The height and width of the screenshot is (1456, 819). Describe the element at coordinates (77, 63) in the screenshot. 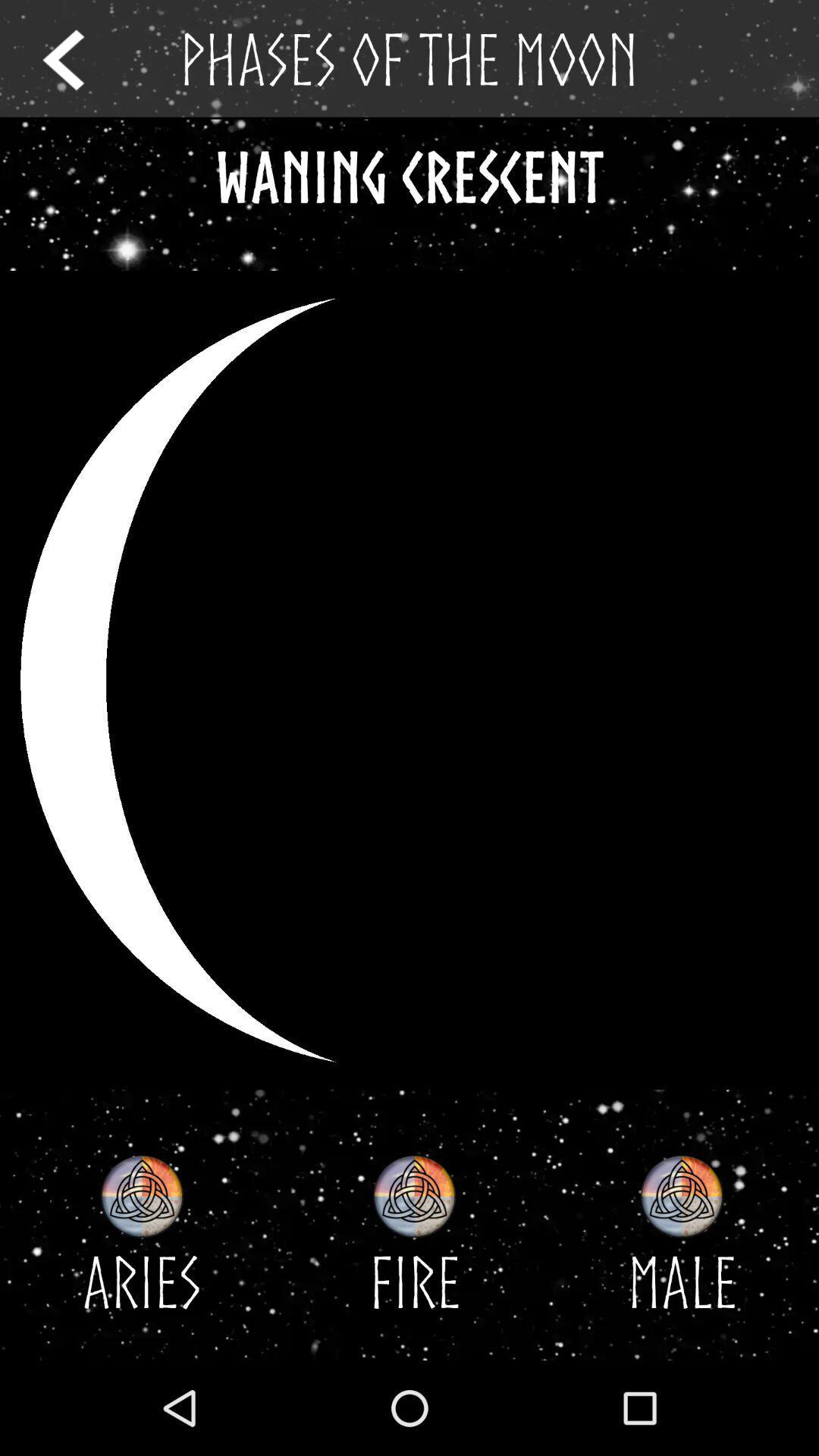

I see `the arrow_backward icon` at that location.